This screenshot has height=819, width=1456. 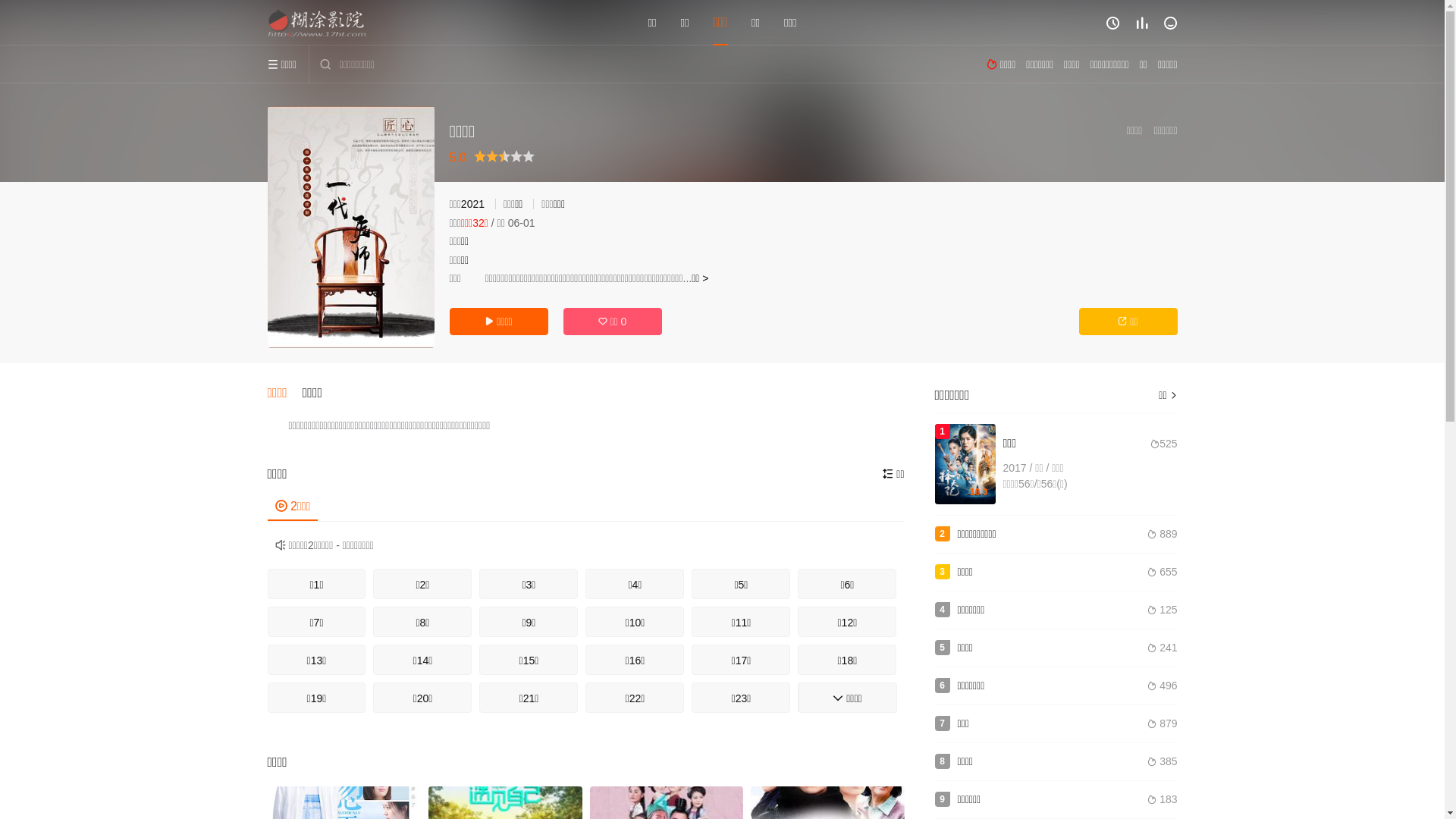 I want to click on '2021', so click(x=460, y=203).